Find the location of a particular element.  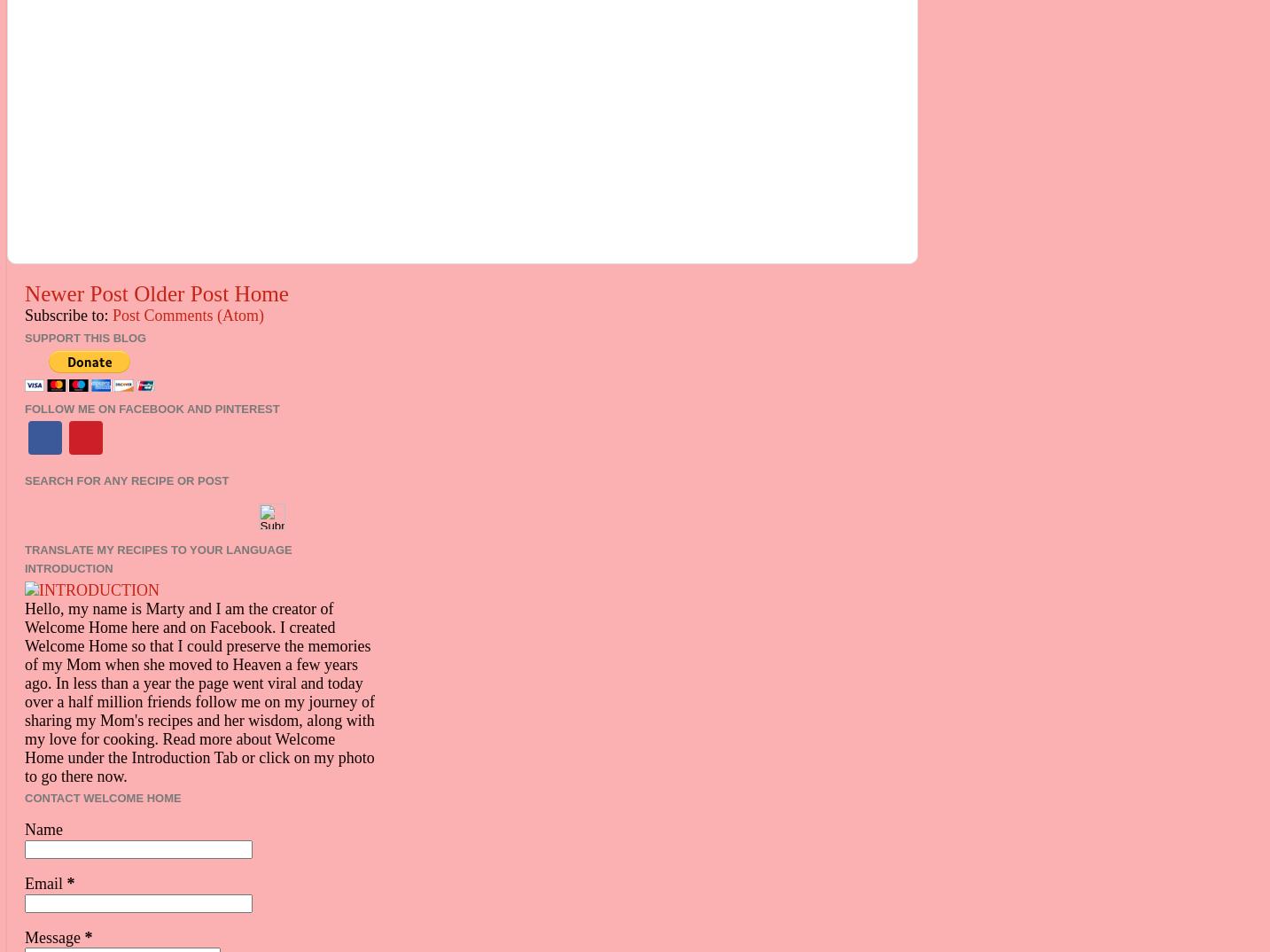

'Subscribe to:' is located at coordinates (67, 315).